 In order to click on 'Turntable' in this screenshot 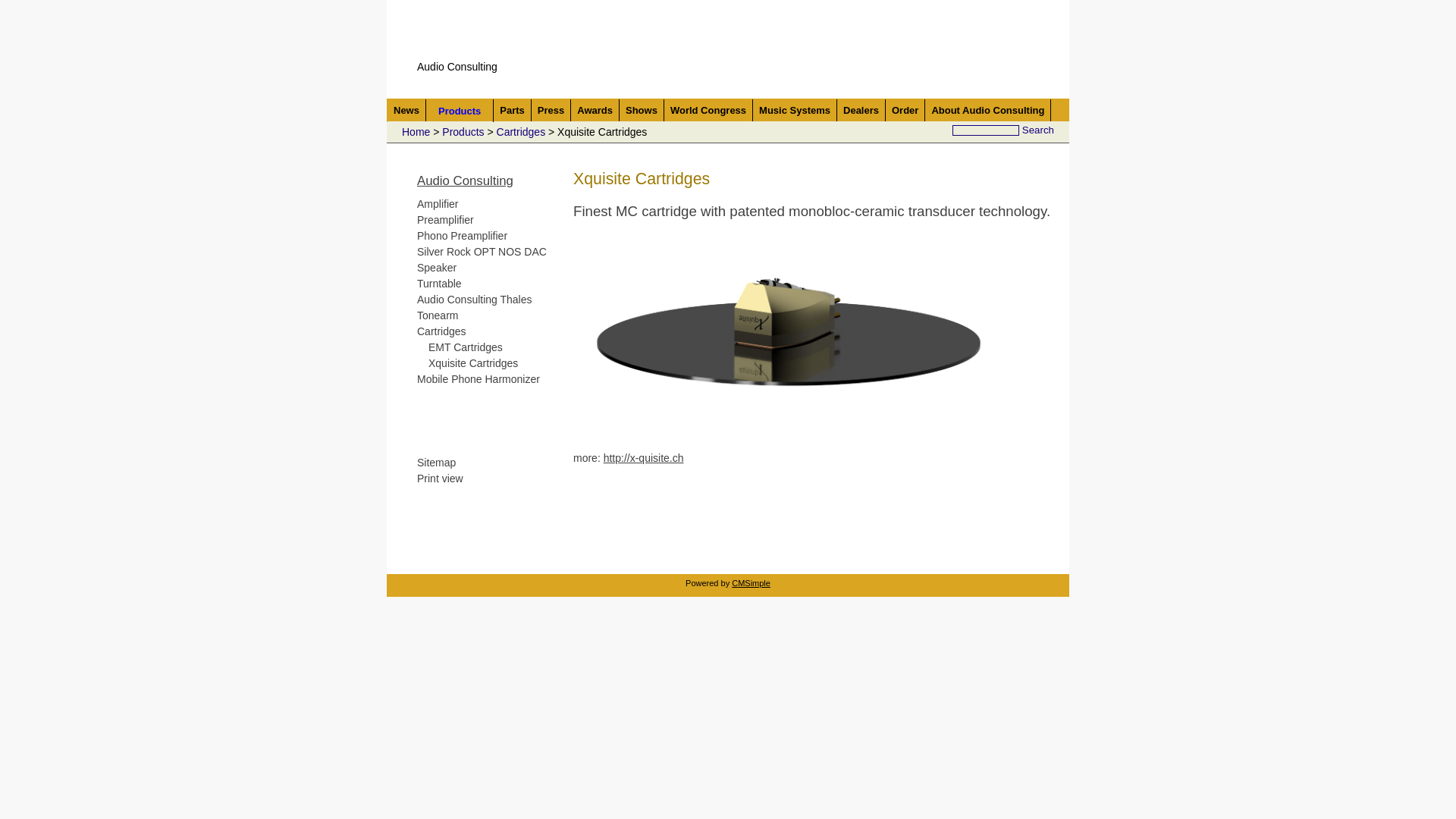, I will do `click(438, 284)`.